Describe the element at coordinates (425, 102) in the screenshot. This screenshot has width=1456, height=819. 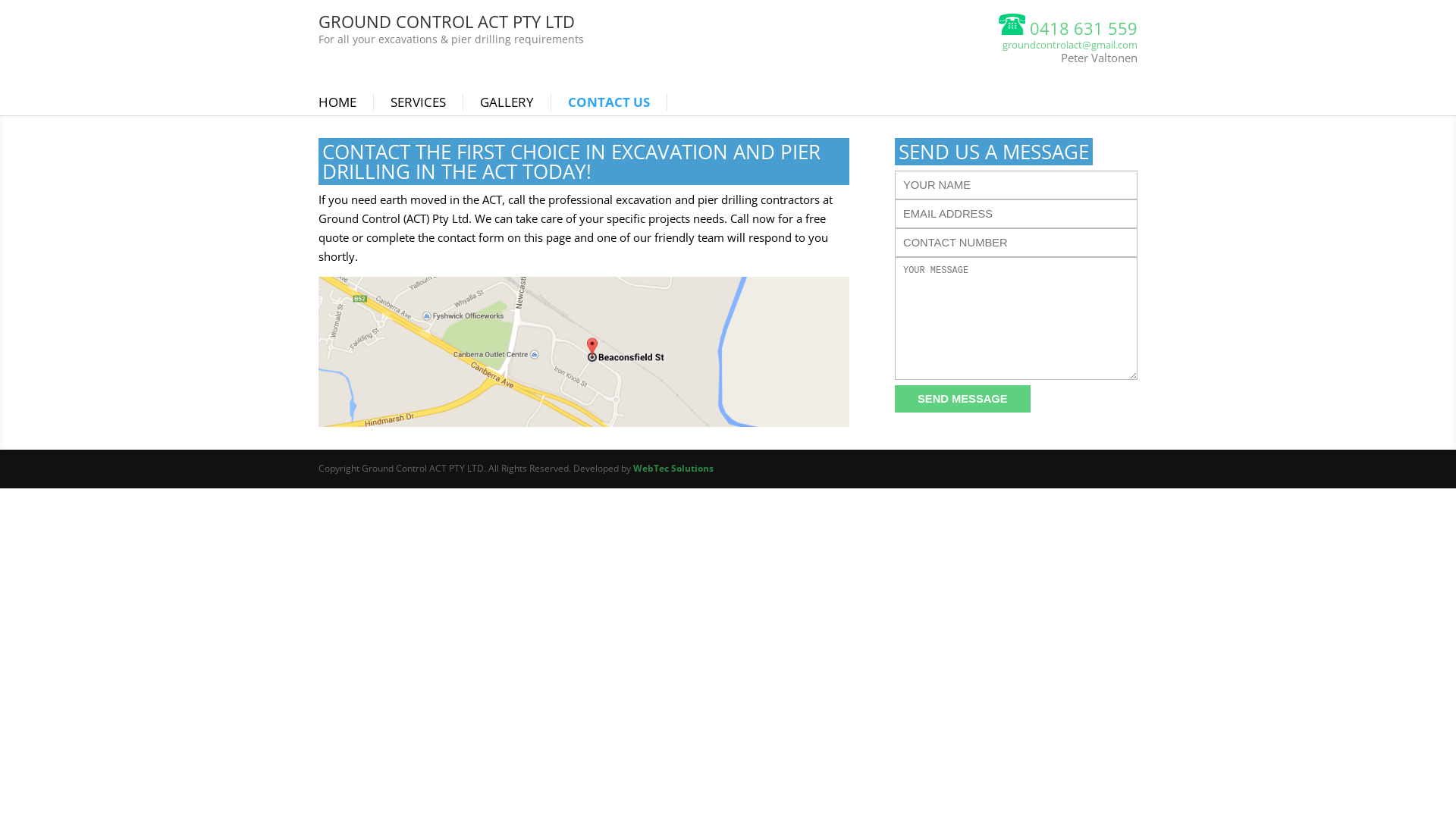
I see `'SERVICES'` at that location.